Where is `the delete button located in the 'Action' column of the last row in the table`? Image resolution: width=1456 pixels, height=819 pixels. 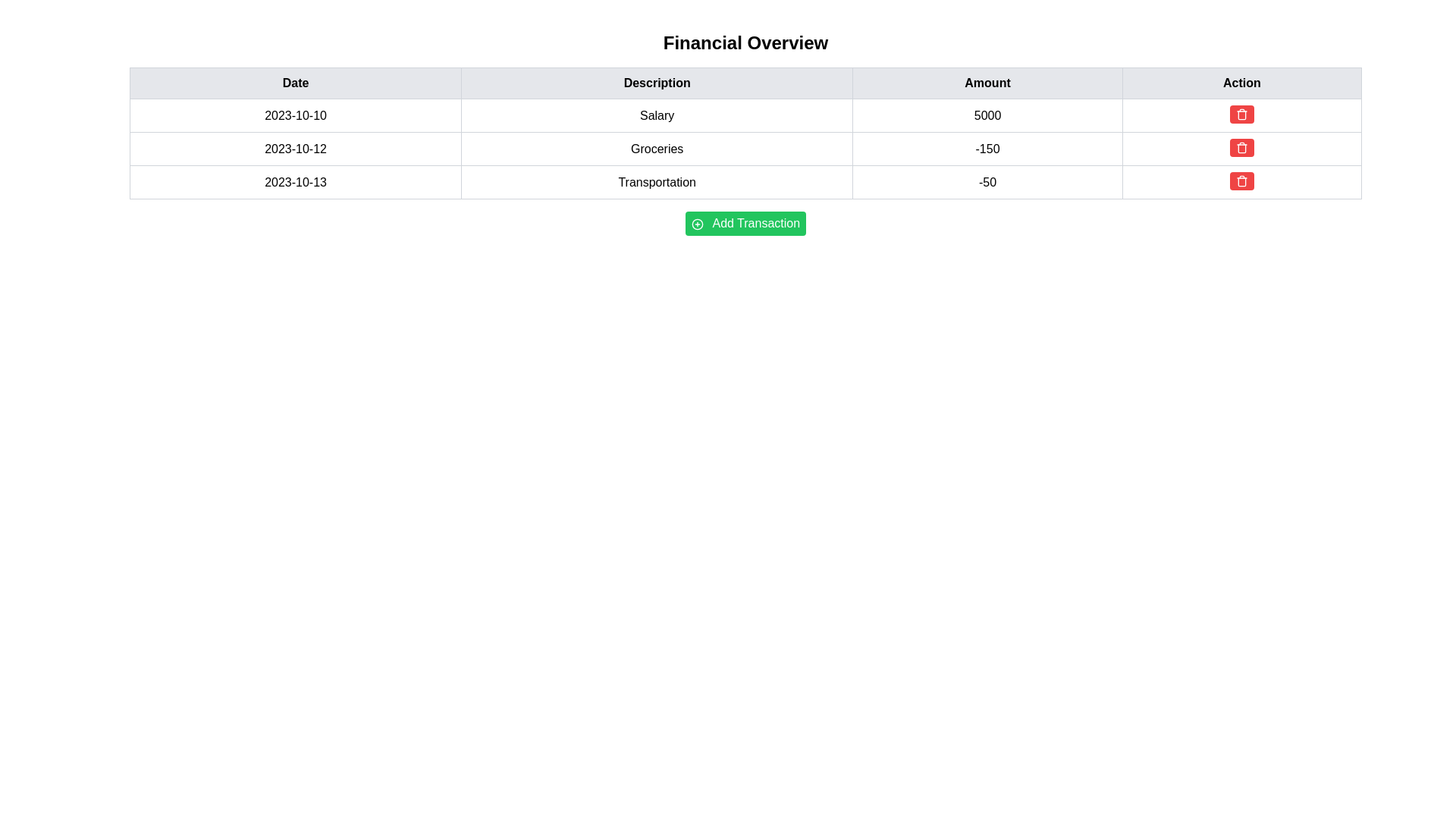 the delete button located in the 'Action' column of the last row in the table is located at coordinates (1241, 181).